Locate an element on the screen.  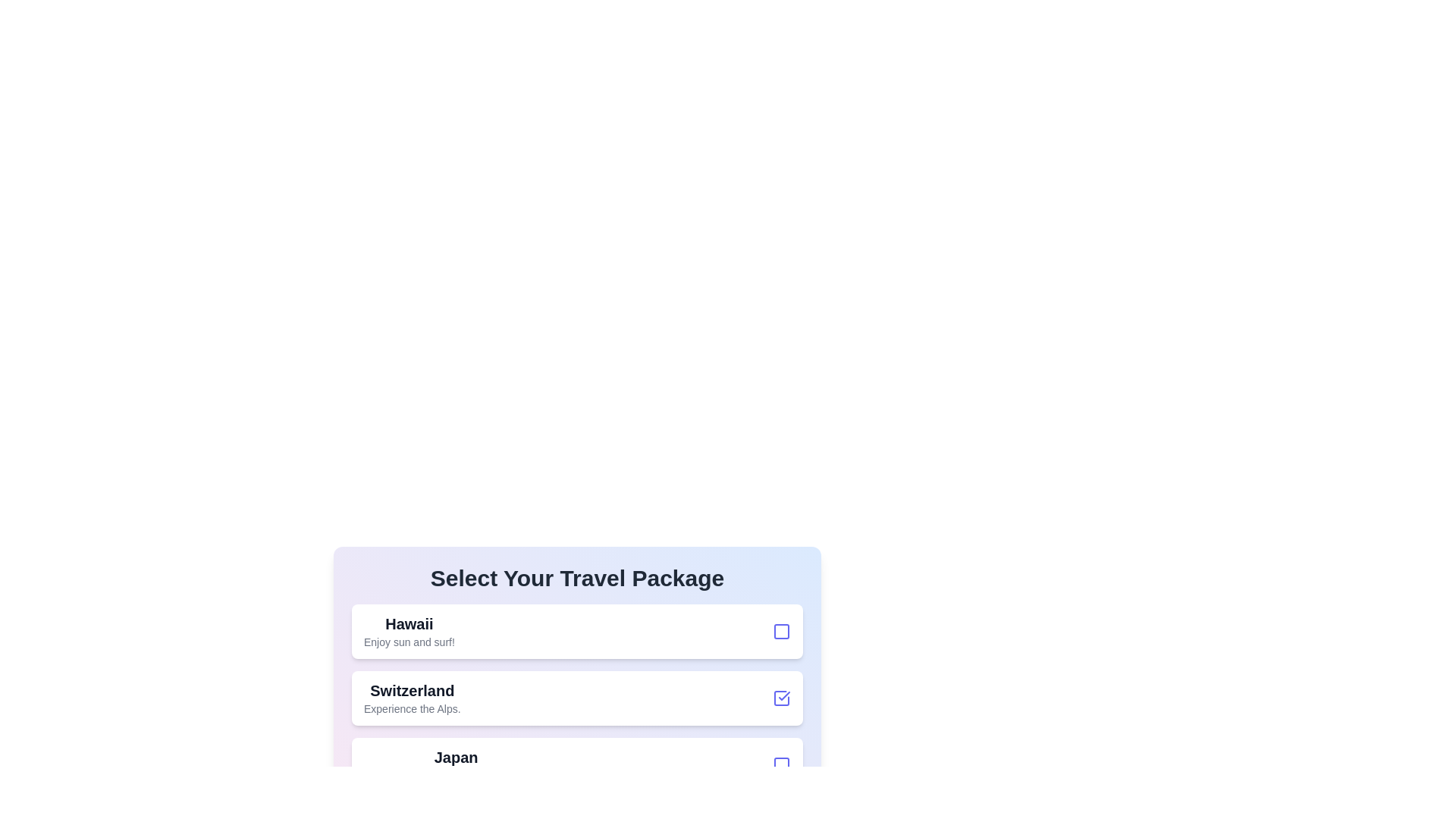
the travel package list item corresponding to Japan is located at coordinates (576, 765).